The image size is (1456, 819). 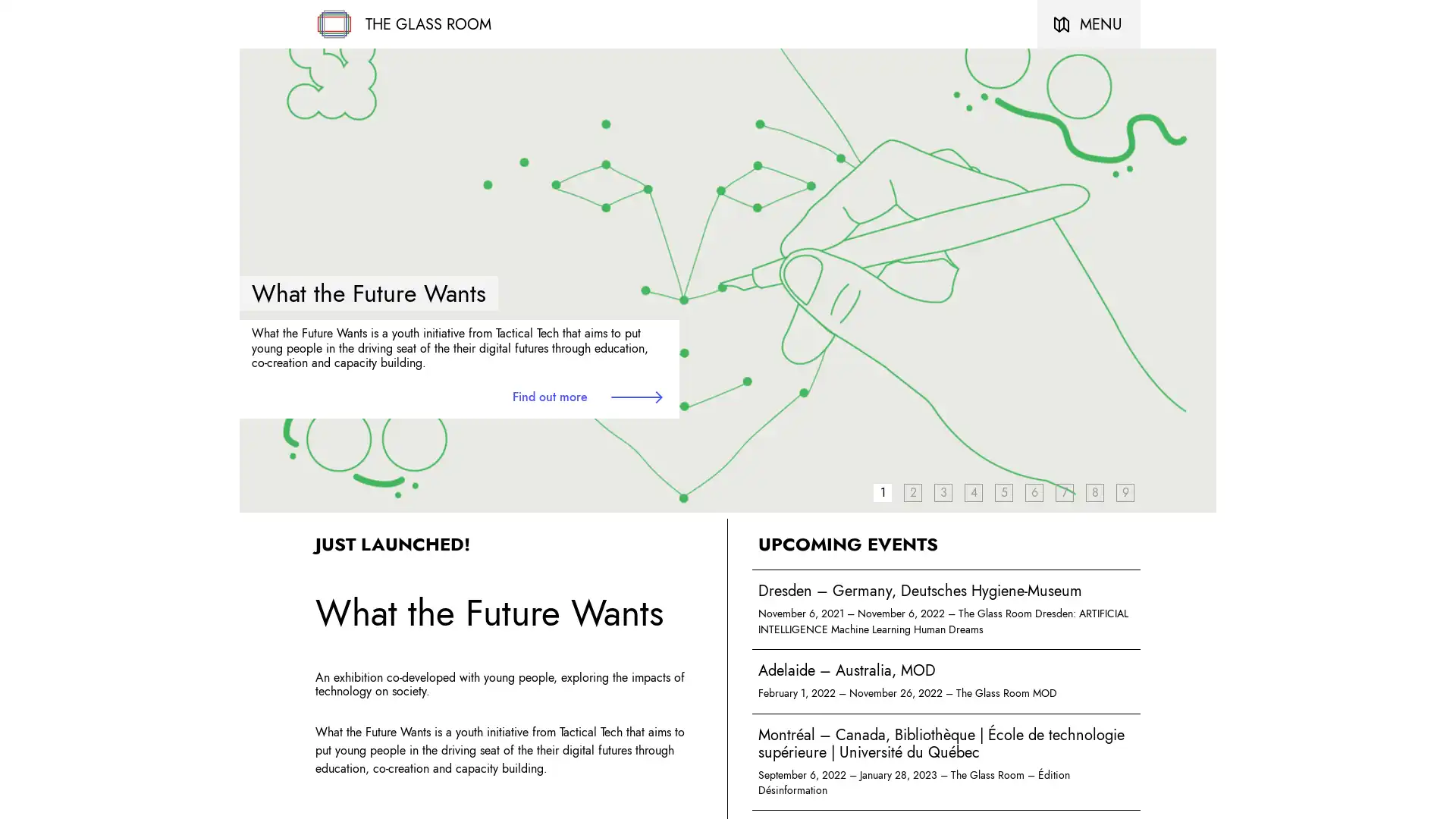 I want to click on slide item 5, so click(x=1004, y=491).